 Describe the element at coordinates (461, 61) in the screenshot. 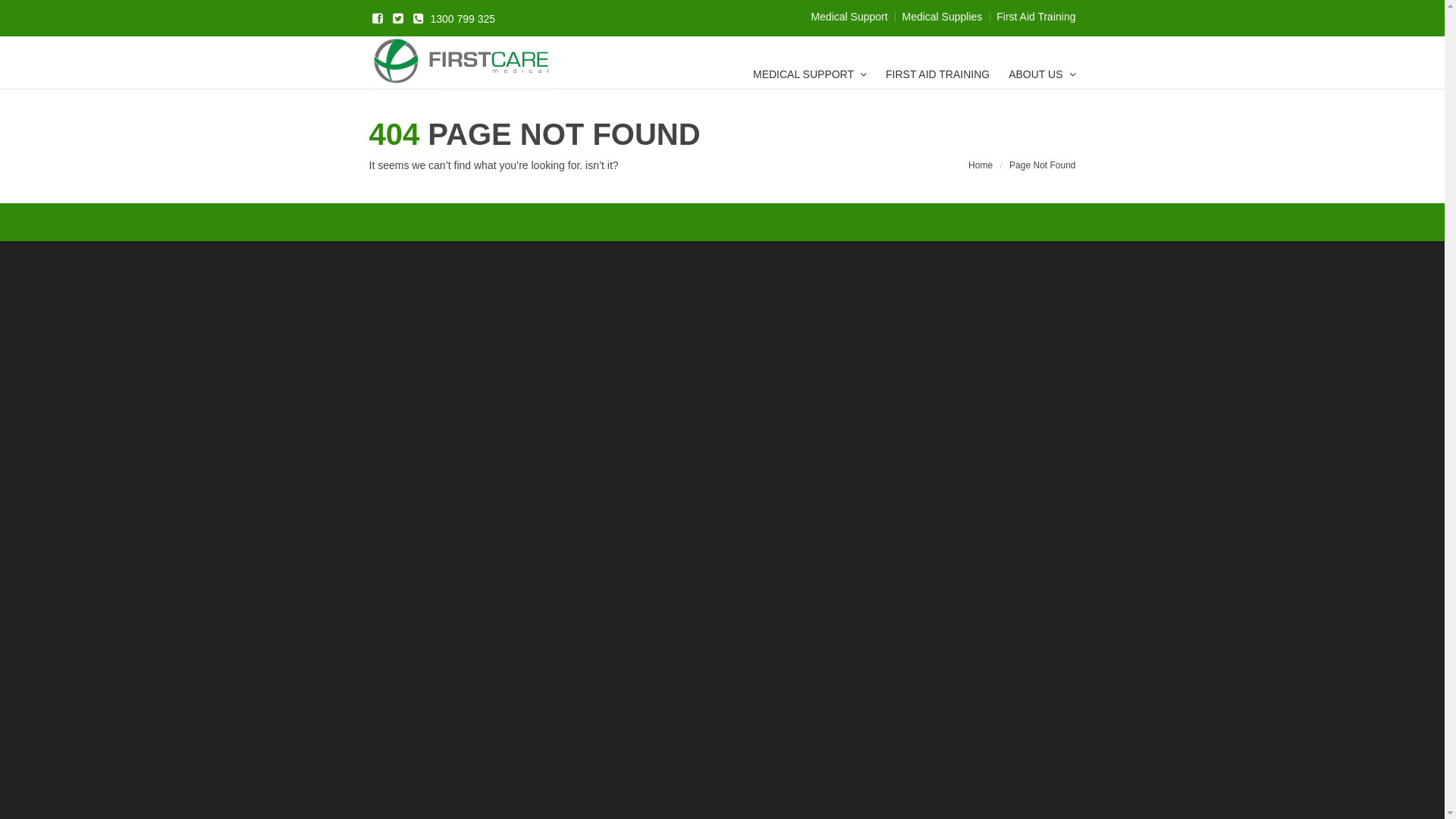

I see `'First Care Medical'` at that location.